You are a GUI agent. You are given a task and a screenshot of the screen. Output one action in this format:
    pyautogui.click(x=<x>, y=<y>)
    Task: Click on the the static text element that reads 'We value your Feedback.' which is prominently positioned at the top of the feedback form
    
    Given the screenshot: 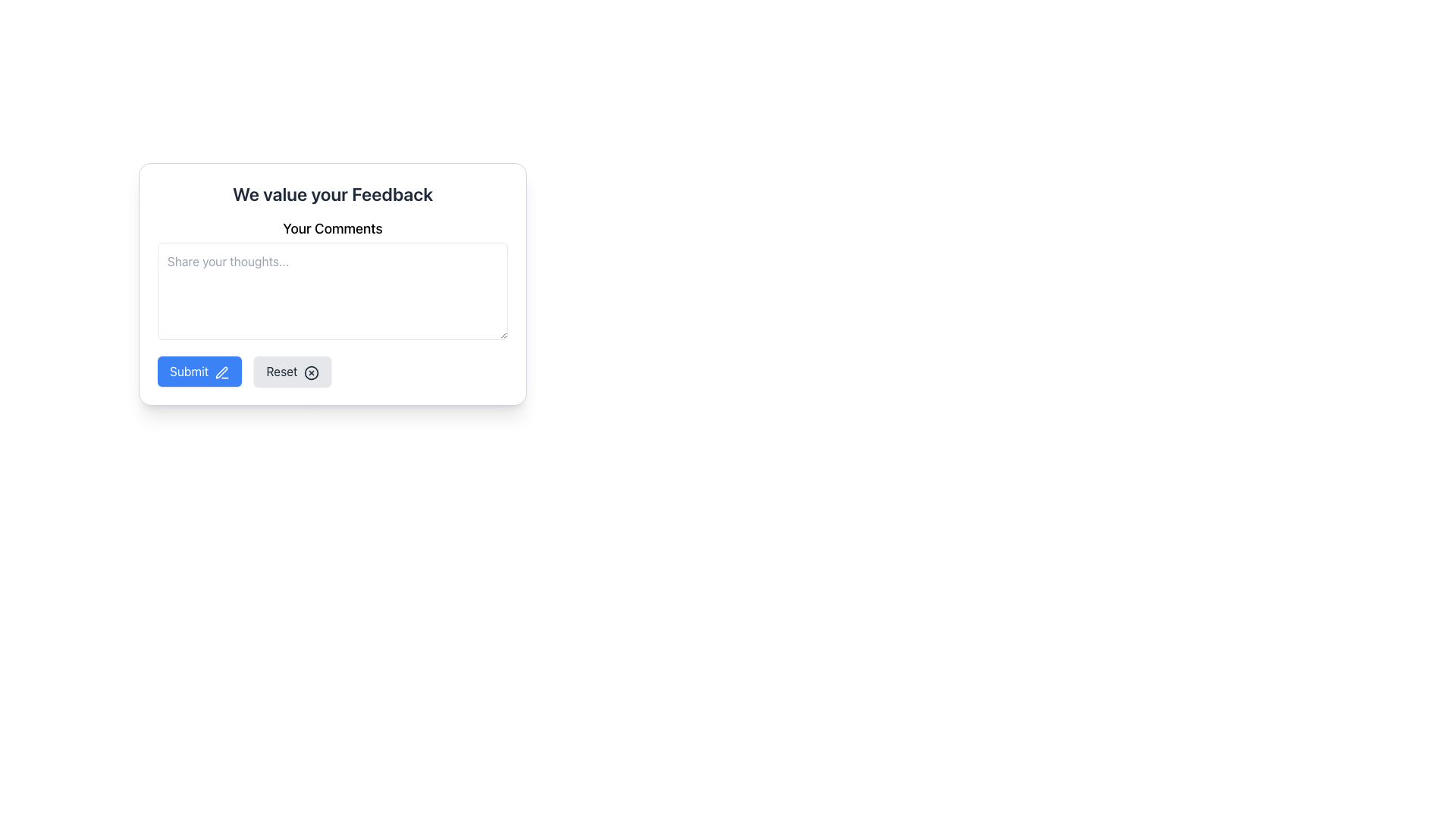 What is the action you would take?
    pyautogui.click(x=331, y=193)
    